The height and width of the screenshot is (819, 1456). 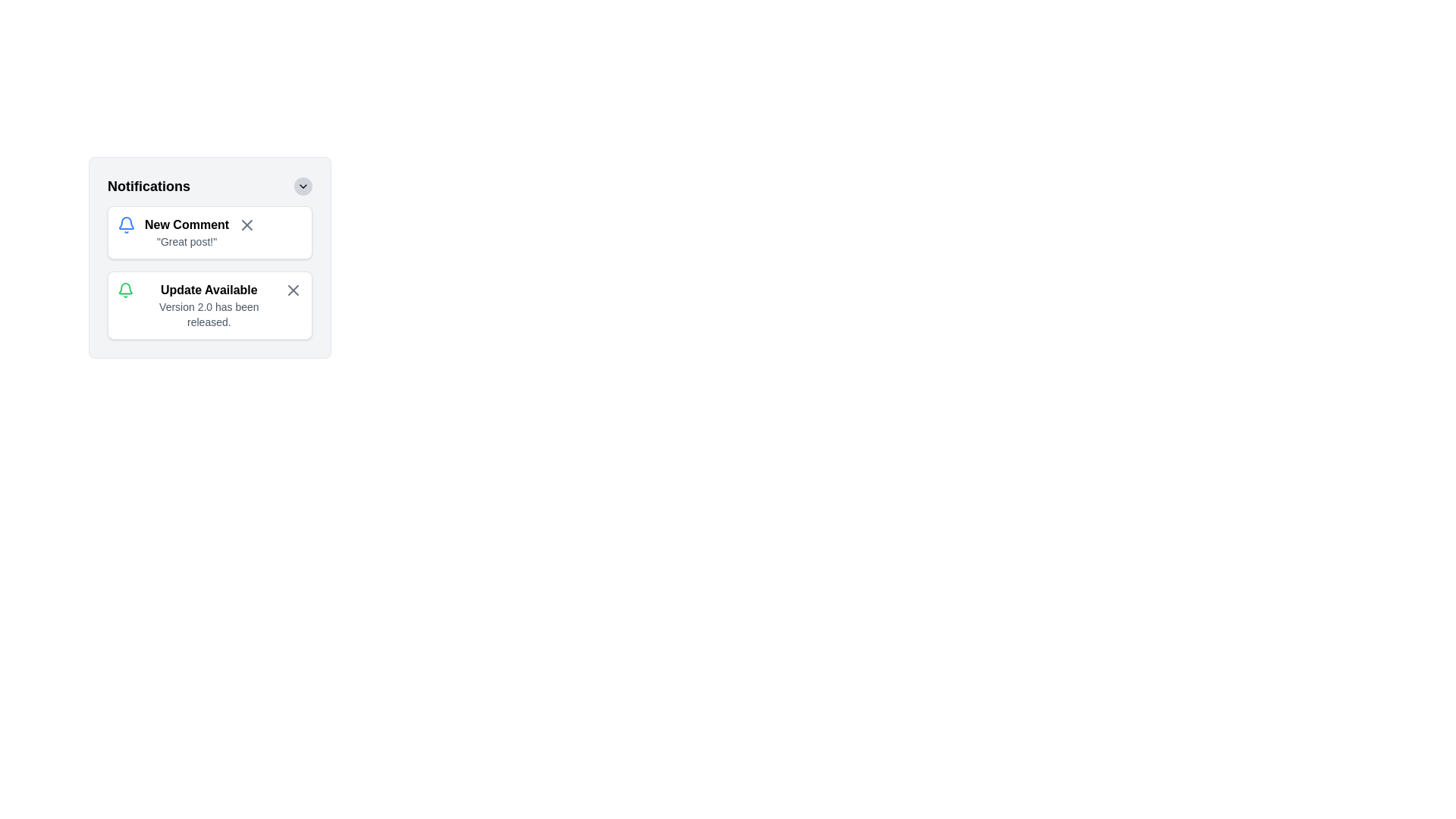 What do you see at coordinates (247, 225) in the screenshot?
I see `the close button represented by a gray 'X' icon, located to the far right of the 'New Comment' notification entry` at bounding box center [247, 225].